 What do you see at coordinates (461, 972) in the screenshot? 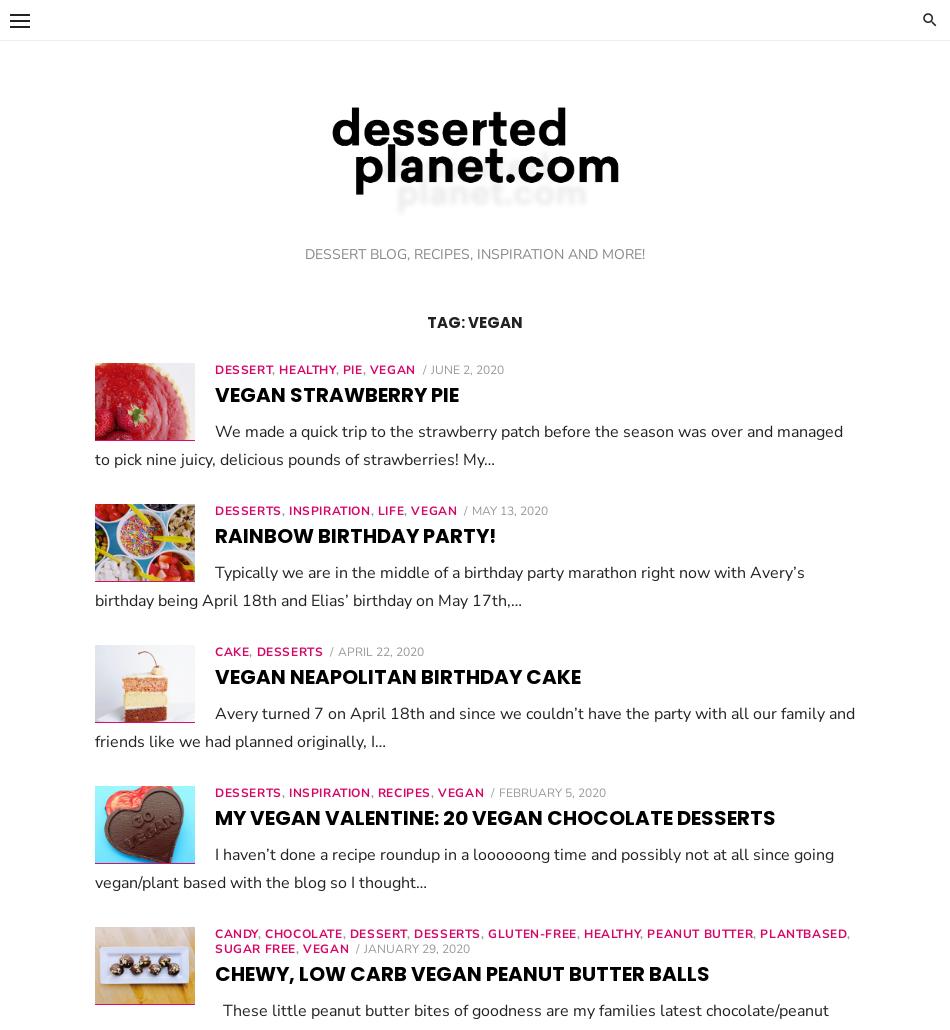
I see `'Chewy, Low Carb Vegan Peanut Butter Balls'` at bounding box center [461, 972].